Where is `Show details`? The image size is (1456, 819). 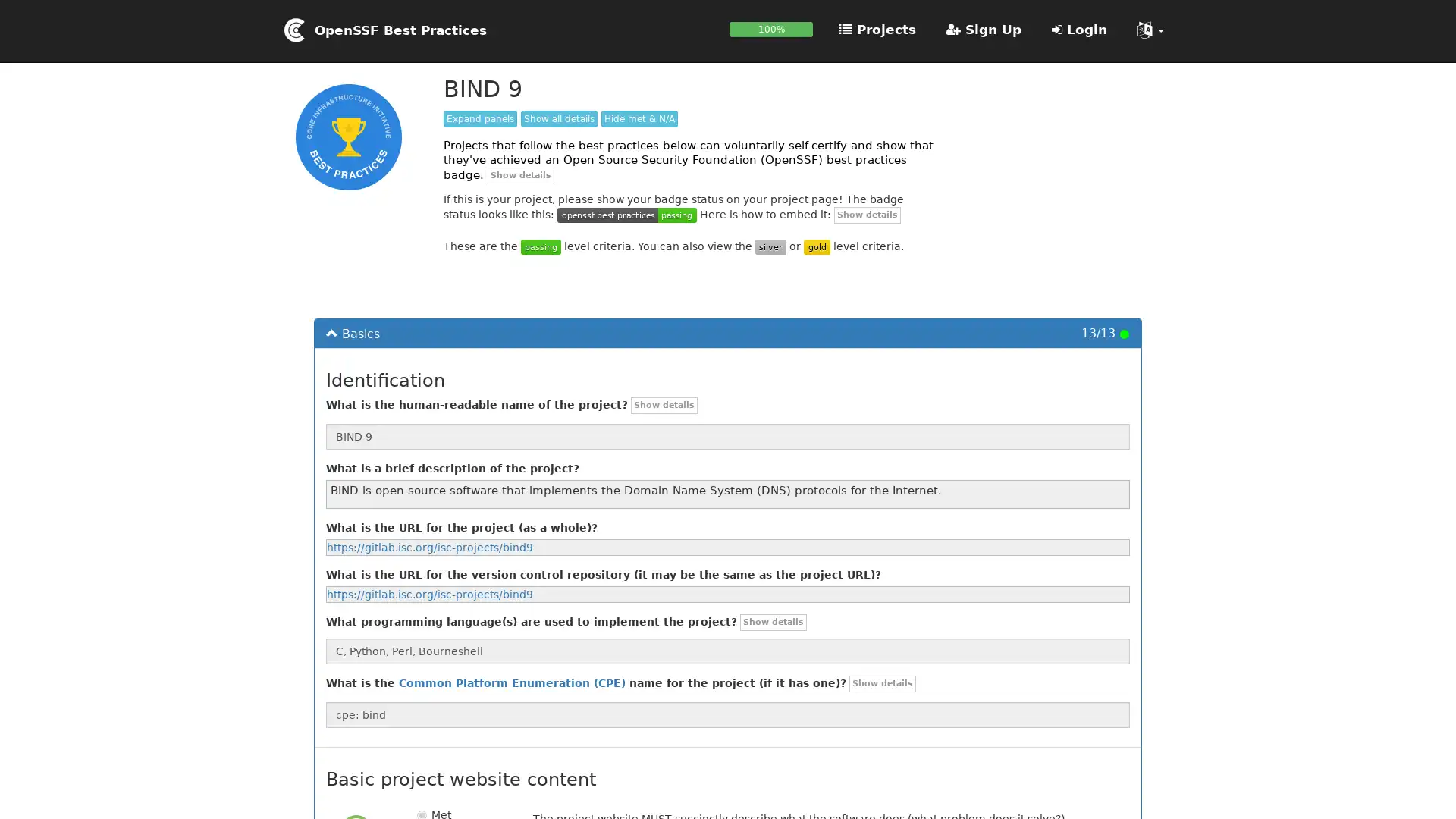
Show details is located at coordinates (520, 174).